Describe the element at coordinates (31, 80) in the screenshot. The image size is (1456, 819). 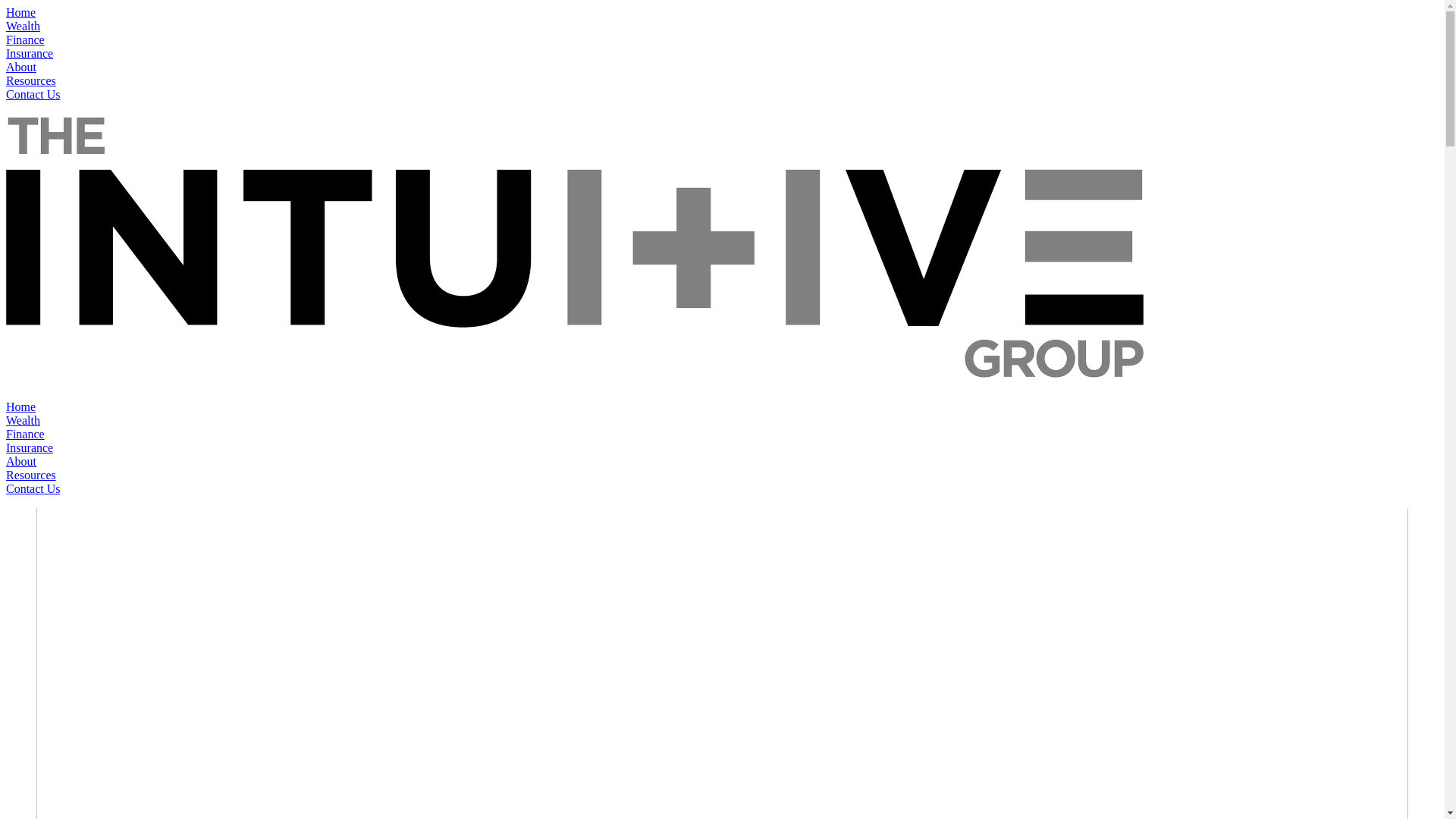
I see `'Resources'` at that location.